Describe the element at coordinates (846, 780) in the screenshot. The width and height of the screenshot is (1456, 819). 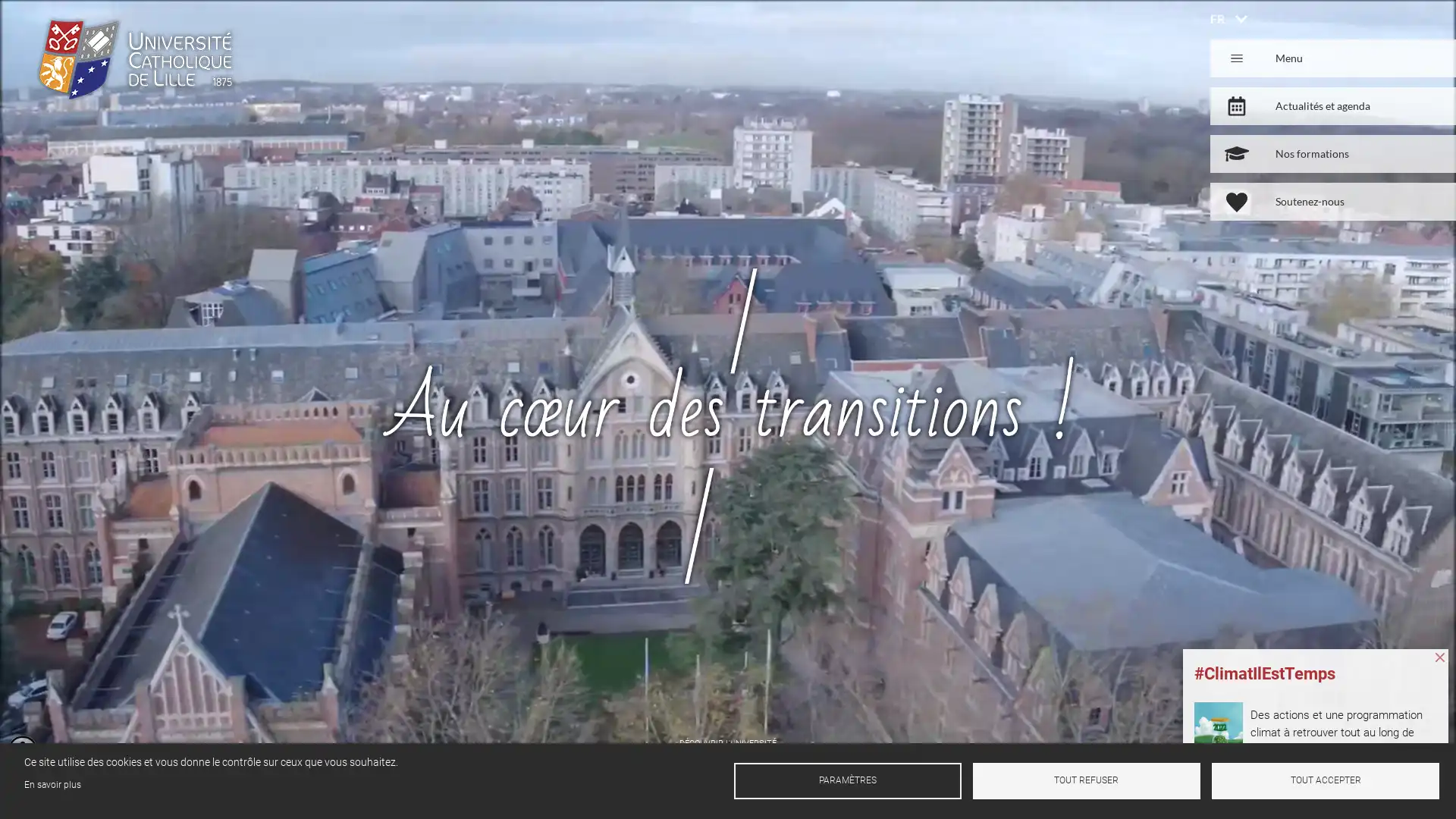
I see `PARAMETRES` at that location.